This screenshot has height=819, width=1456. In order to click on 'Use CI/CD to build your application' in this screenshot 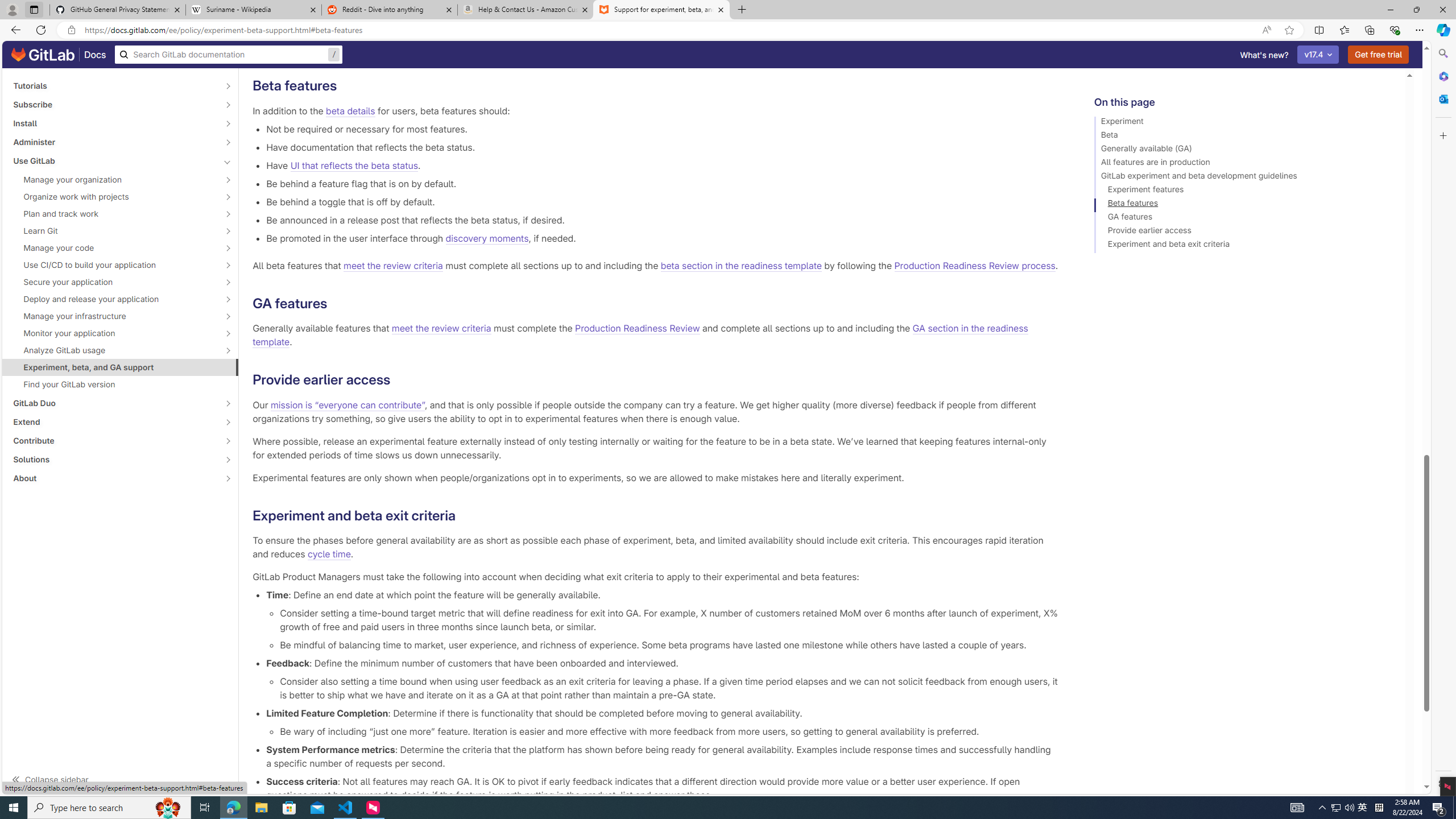, I will do `click(113, 264)`.